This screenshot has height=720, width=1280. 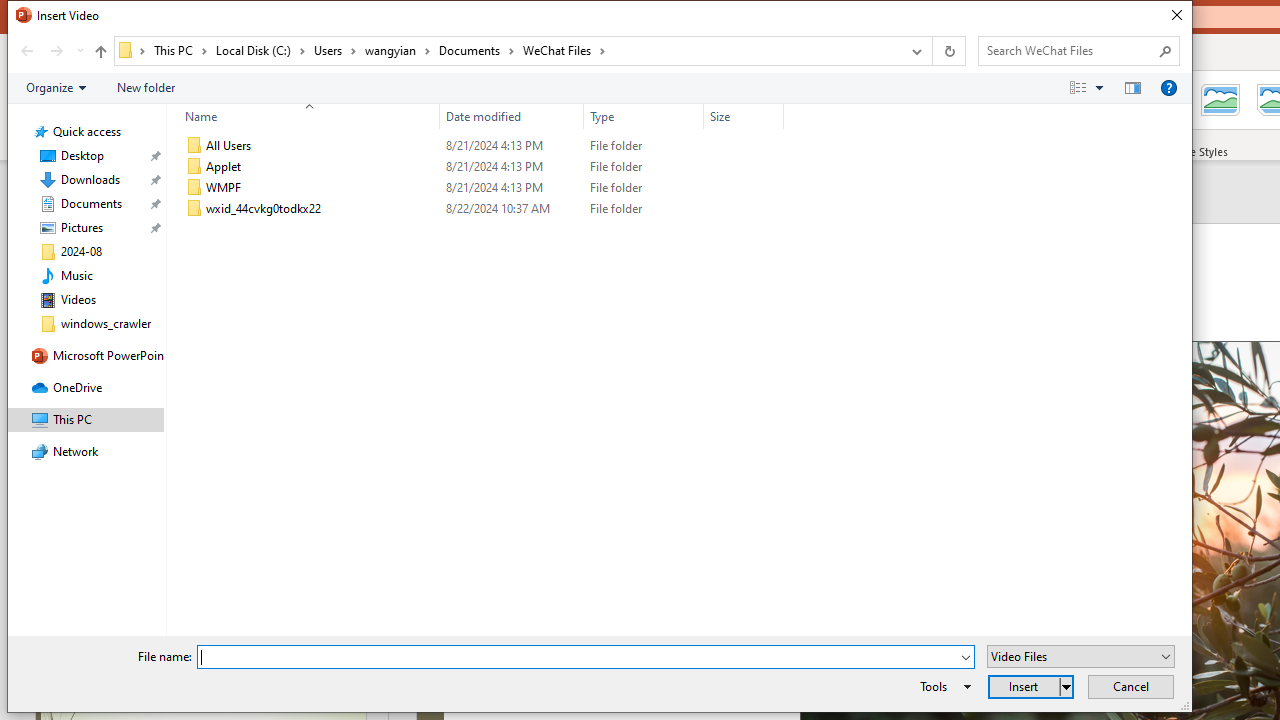 What do you see at coordinates (181, 49) in the screenshot?
I see `'This PC'` at bounding box center [181, 49].